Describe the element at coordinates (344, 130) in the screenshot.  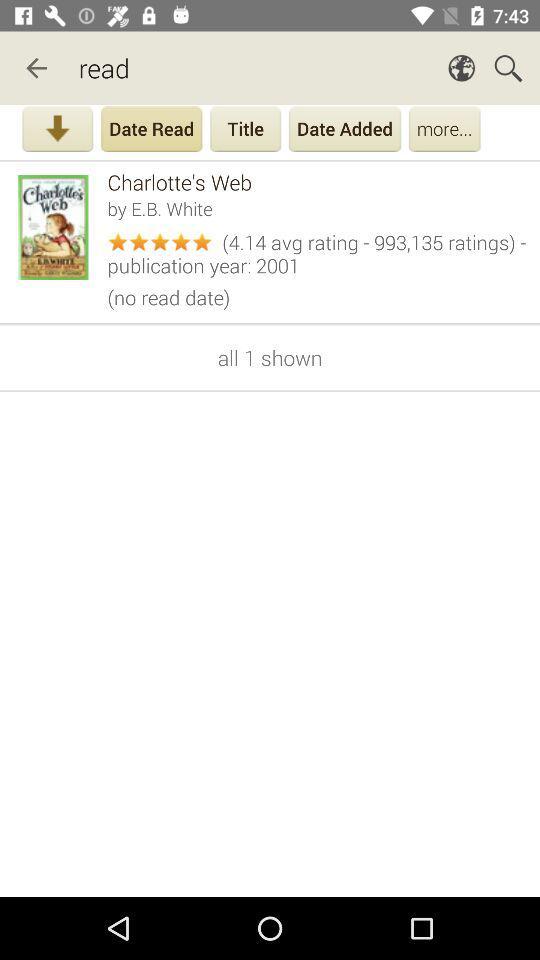
I see `date added item` at that location.